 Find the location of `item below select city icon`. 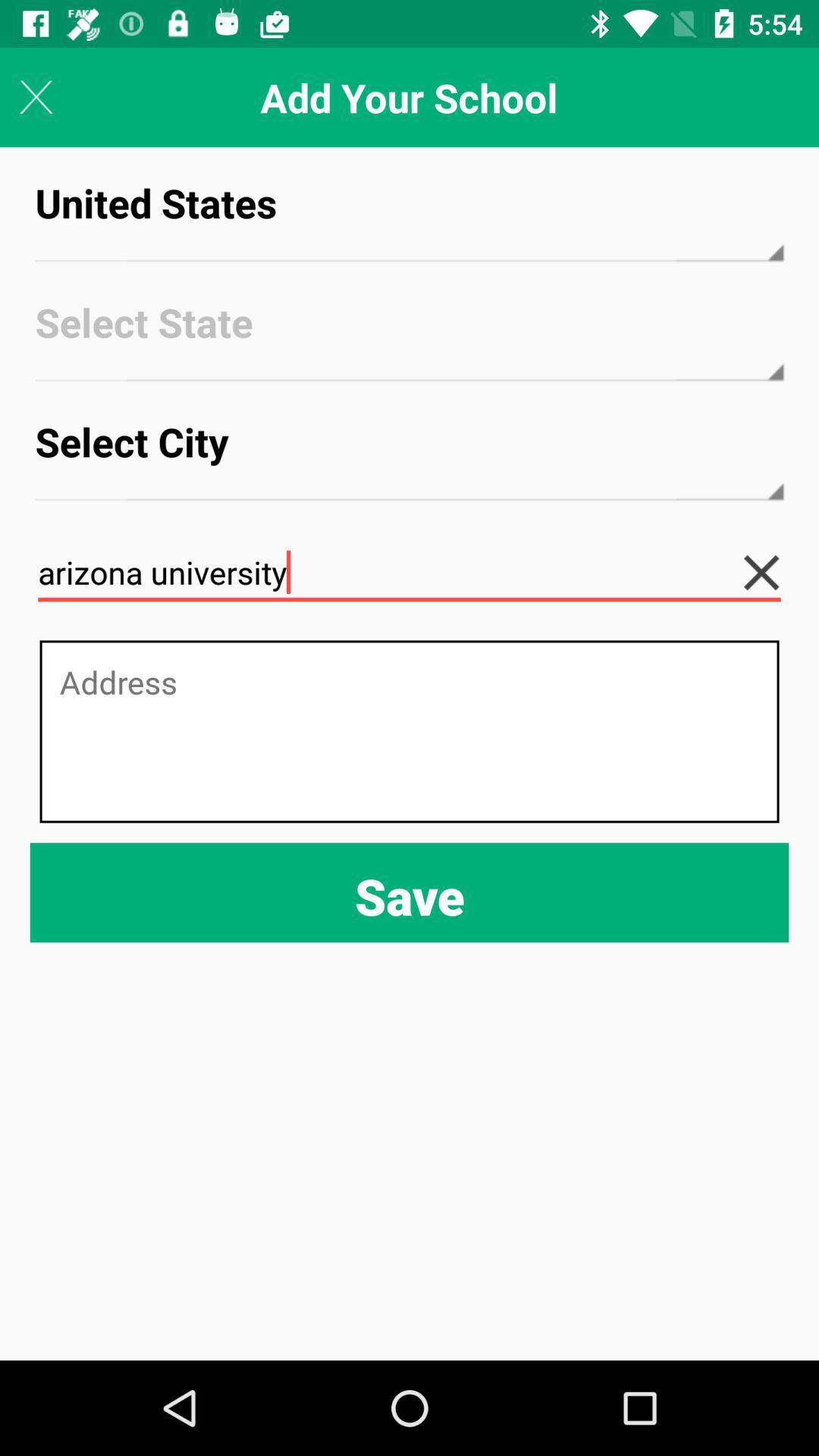

item below select city icon is located at coordinates (409, 572).